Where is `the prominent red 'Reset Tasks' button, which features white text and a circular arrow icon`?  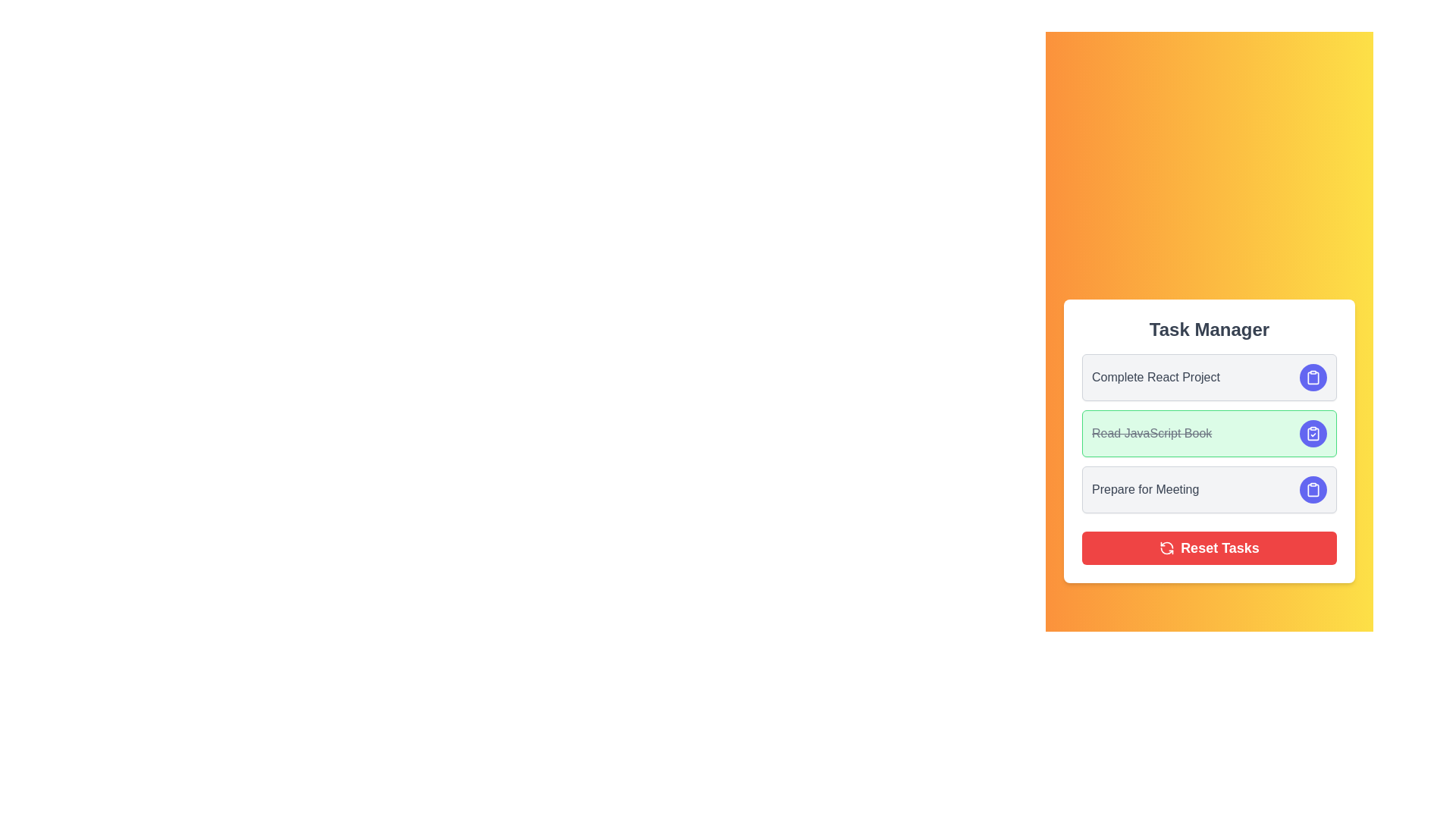 the prominent red 'Reset Tasks' button, which features white text and a circular arrow icon is located at coordinates (1208, 548).